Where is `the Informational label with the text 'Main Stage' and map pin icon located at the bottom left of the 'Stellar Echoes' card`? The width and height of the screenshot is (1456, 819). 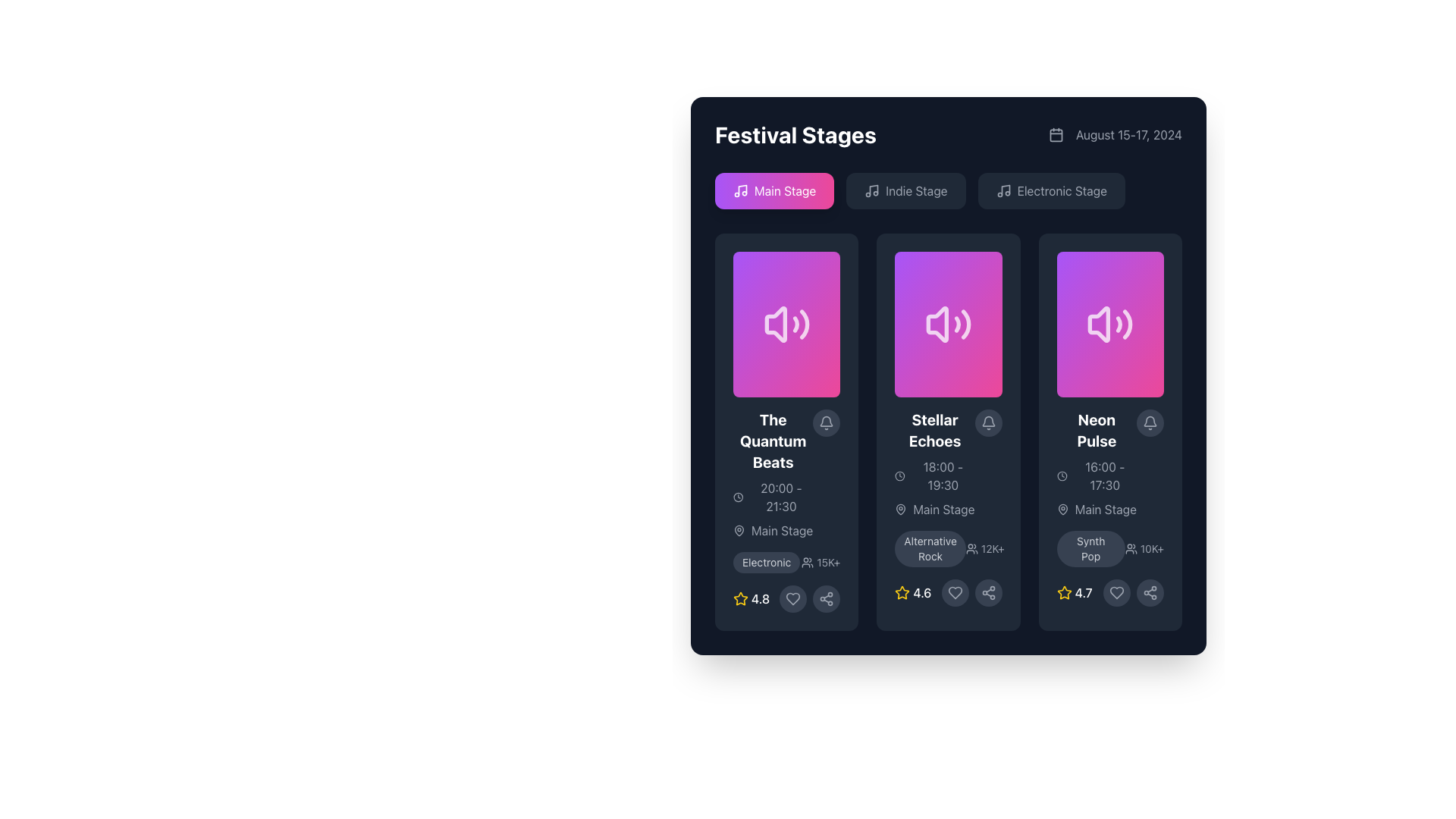
the Informational label with the text 'Main Stage' and map pin icon located at the bottom left of the 'Stellar Echoes' card is located at coordinates (934, 509).